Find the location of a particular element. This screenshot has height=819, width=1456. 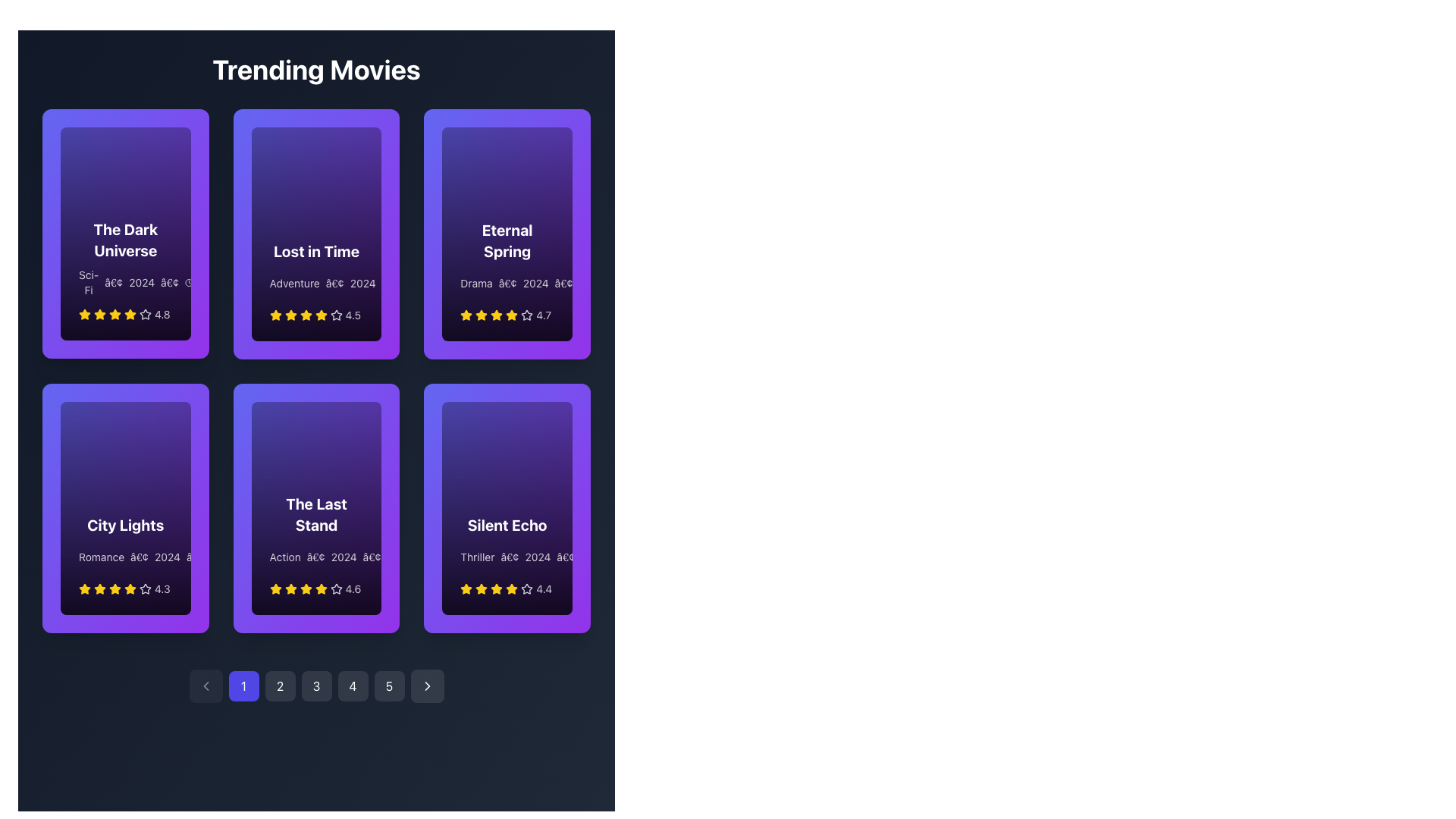

the sixth star-shaped icon in the rating section for the movie 'Silent Echo' is located at coordinates (527, 588).